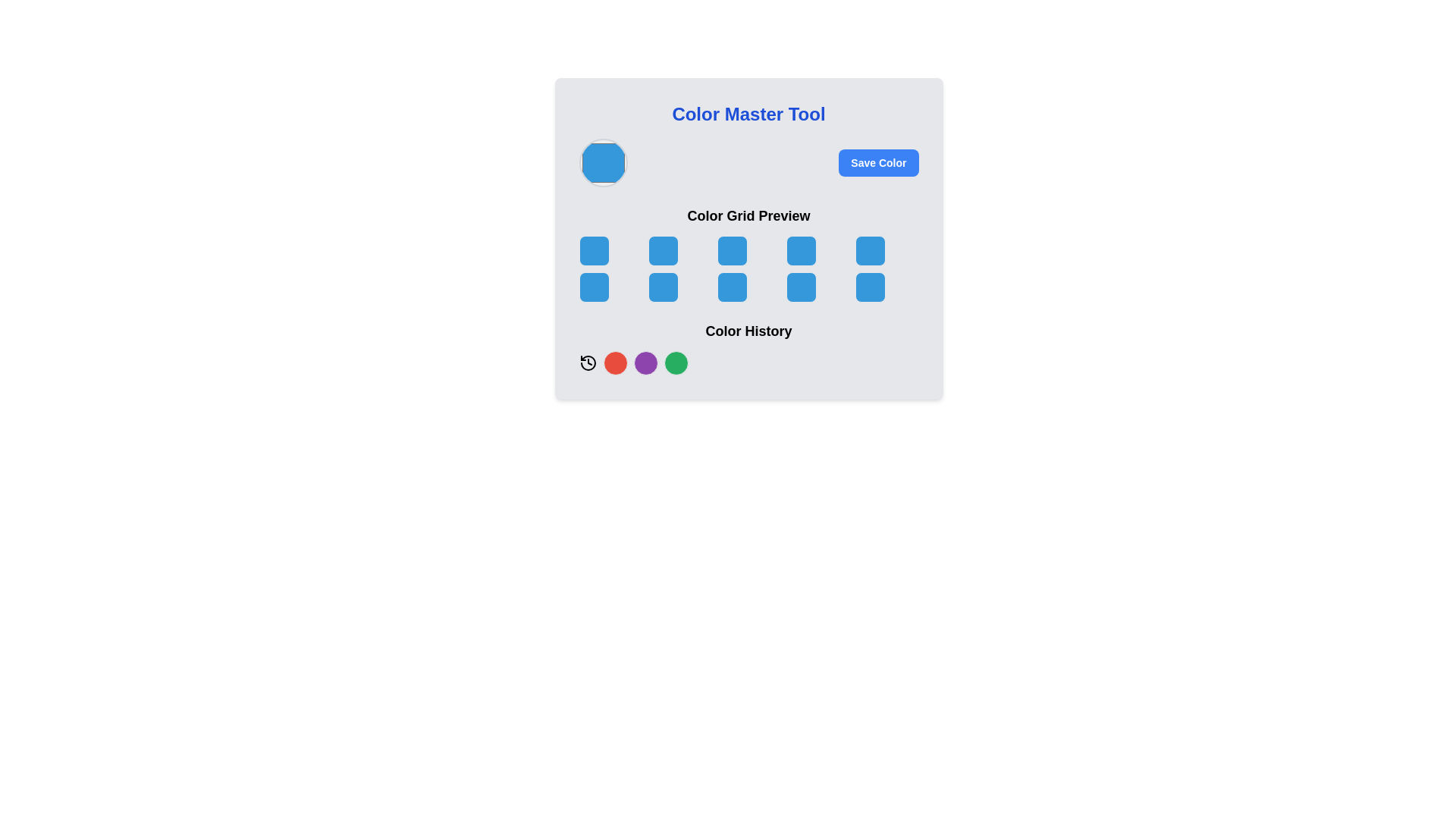 The height and width of the screenshot is (819, 1456). What do you see at coordinates (593, 287) in the screenshot?
I see `the Grid Item, which is a square with rounded corners and a solid blue fill, located in the second row, first position of the Color Grid Preview` at bounding box center [593, 287].